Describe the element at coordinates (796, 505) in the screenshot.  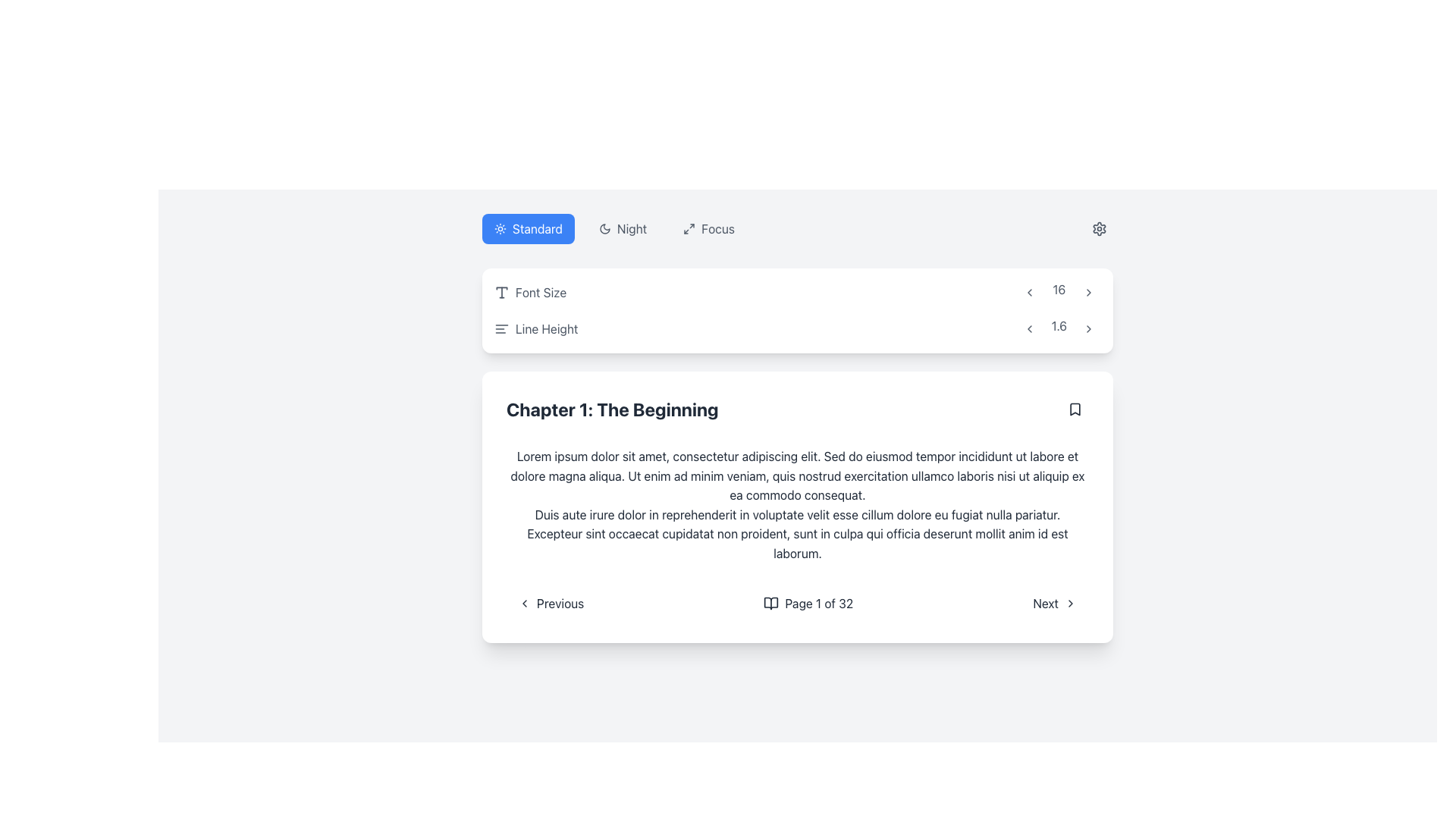
I see `the text block containing two paragraphs that starts with 'Lorem ipsum dolor sit amet' and is located beneath the title 'Chapter 1: The Beginning'` at that location.